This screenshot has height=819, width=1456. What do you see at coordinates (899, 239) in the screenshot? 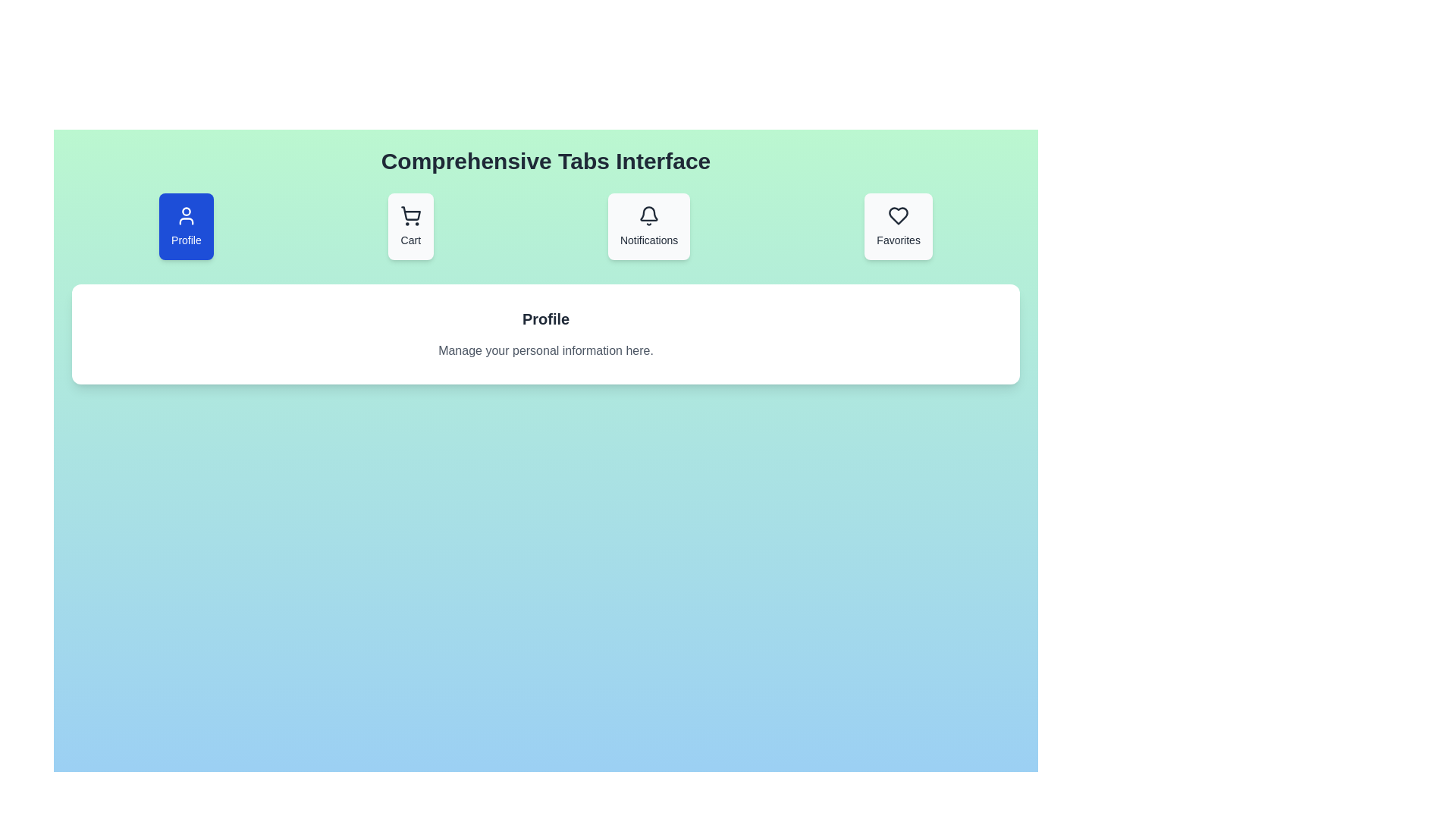
I see `the 'Favorites' text label, which is styled in a muted dark color and positioned below a heart icon in a horizontally aligned list of buttons` at bounding box center [899, 239].